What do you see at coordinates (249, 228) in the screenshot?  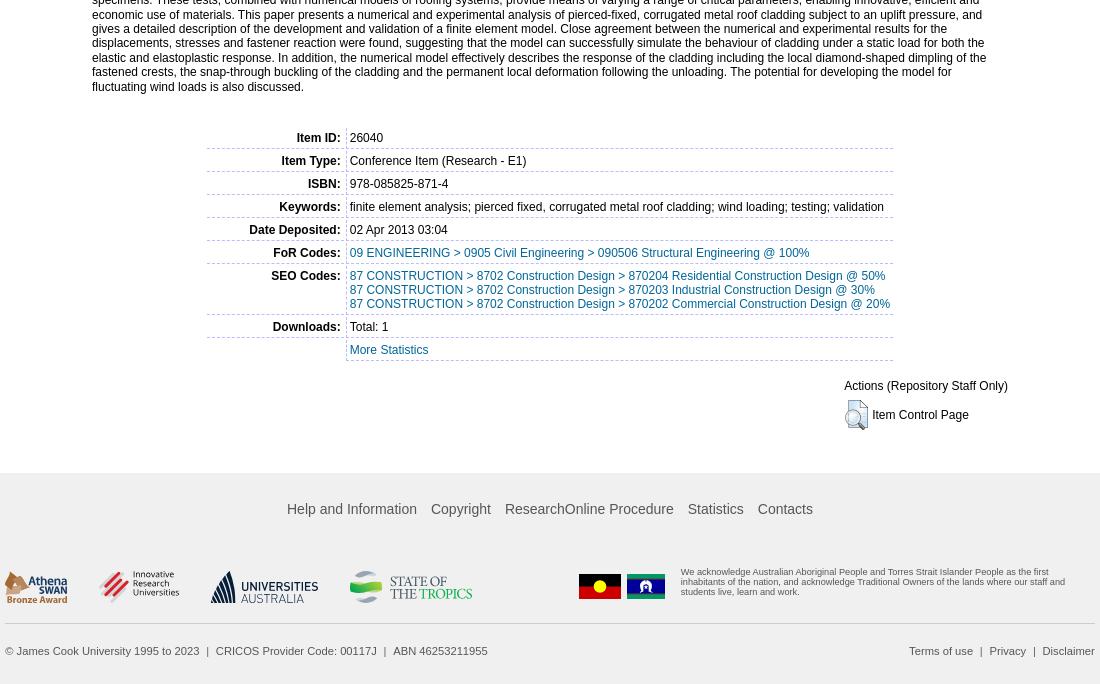 I see `'Date Deposited:'` at bounding box center [249, 228].